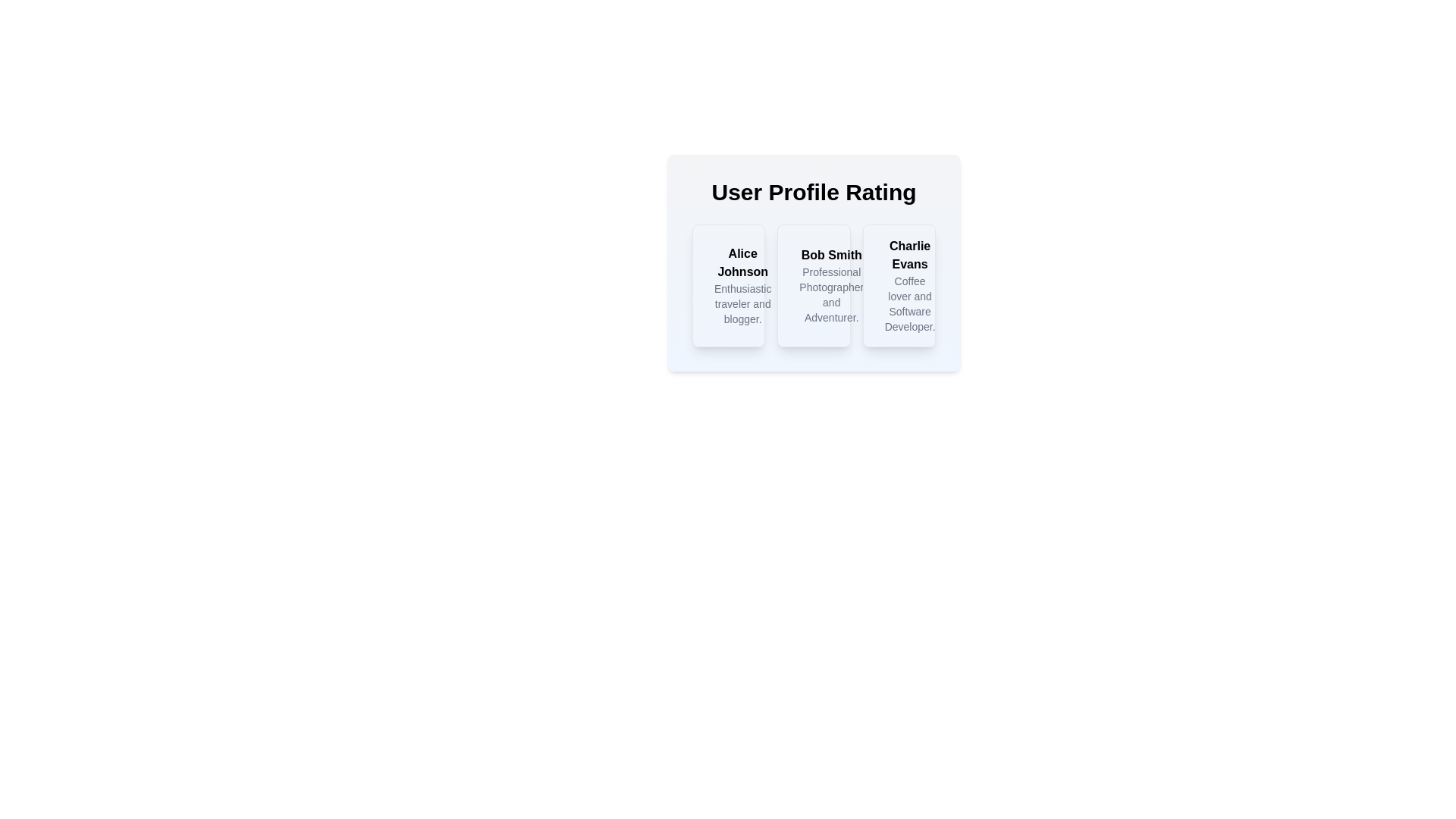 The width and height of the screenshot is (1456, 819). What do you see at coordinates (910, 254) in the screenshot?
I see `displayed name 'Charlie Evans' from the text label located at the top section of the third card from the left` at bounding box center [910, 254].